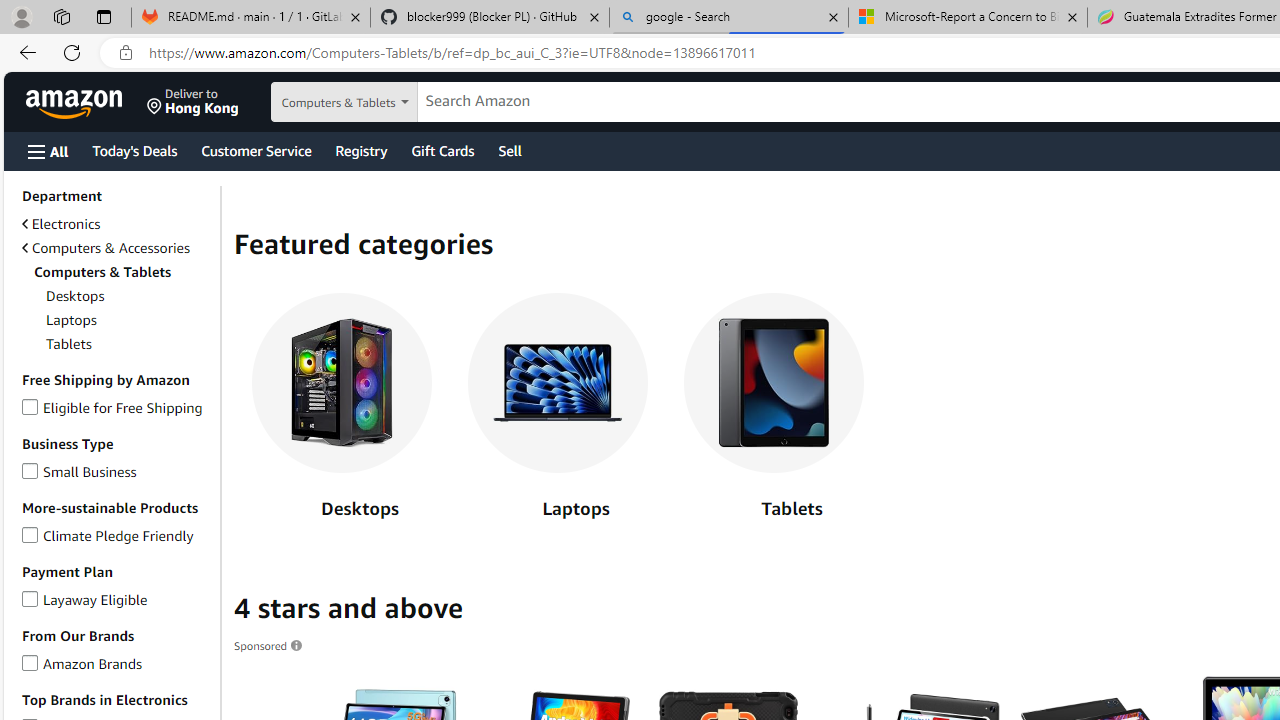  What do you see at coordinates (84, 598) in the screenshot?
I see `'Layaway Eligible Layaway Eligible'` at bounding box center [84, 598].